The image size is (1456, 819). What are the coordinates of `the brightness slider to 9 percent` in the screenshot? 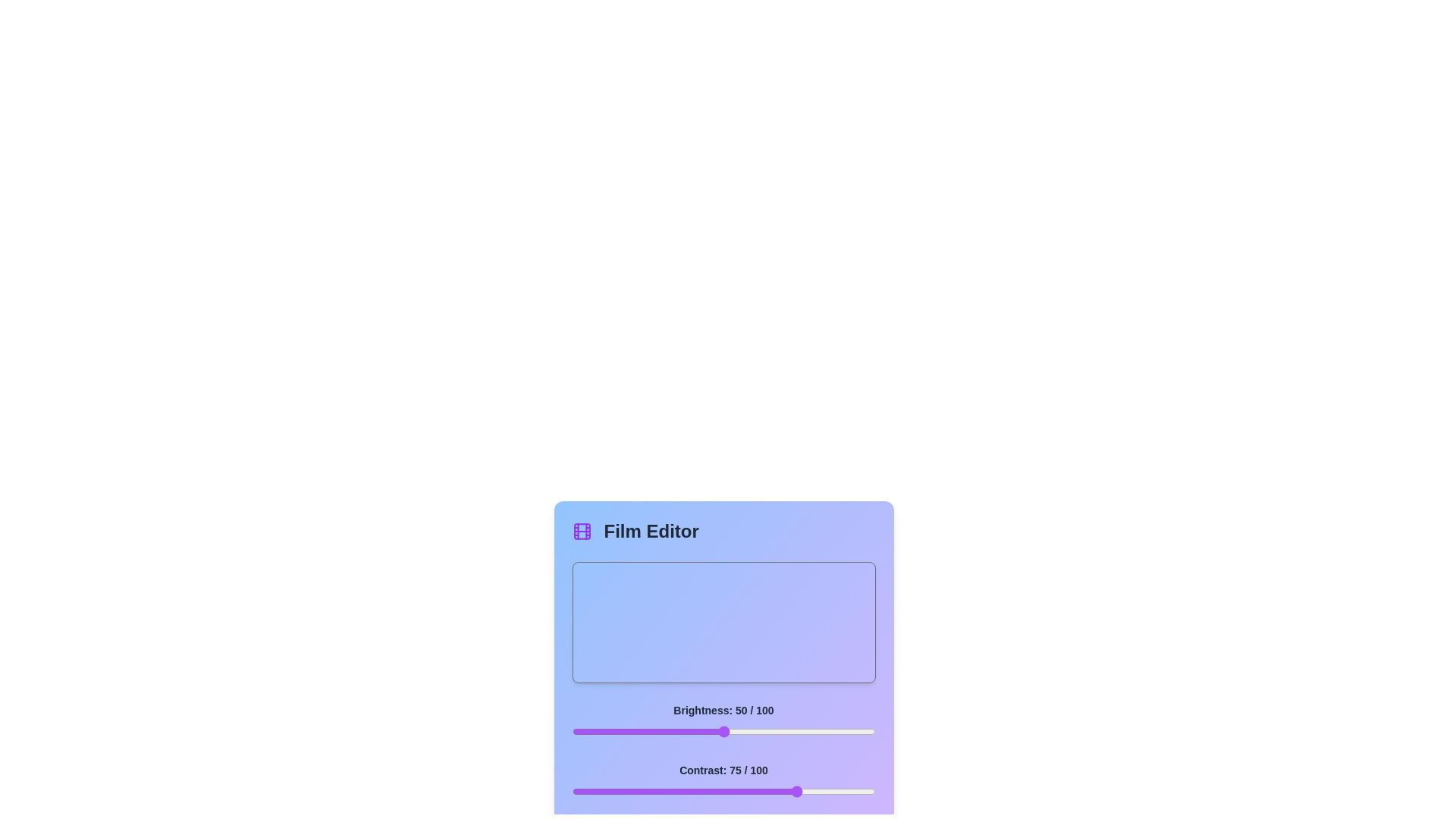 It's located at (598, 730).